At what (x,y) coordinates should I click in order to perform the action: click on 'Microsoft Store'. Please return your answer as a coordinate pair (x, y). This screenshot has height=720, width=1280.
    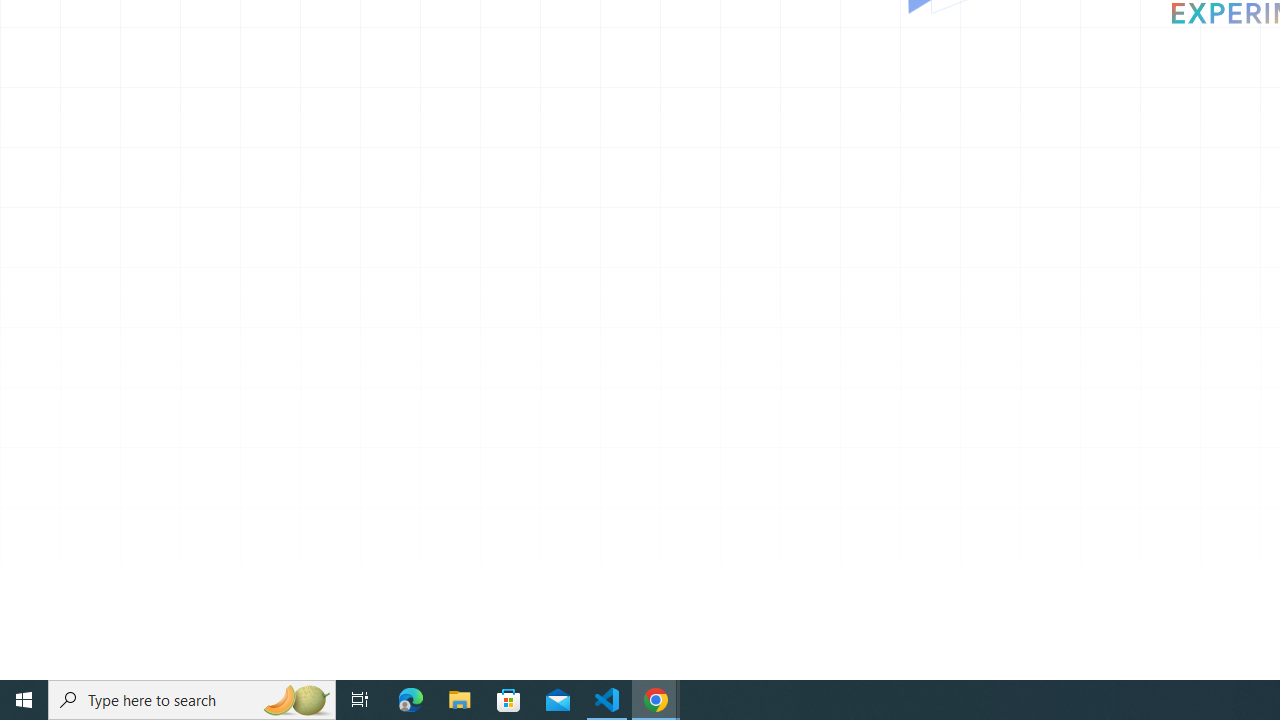
    Looking at the image, I should click on (509, 698).